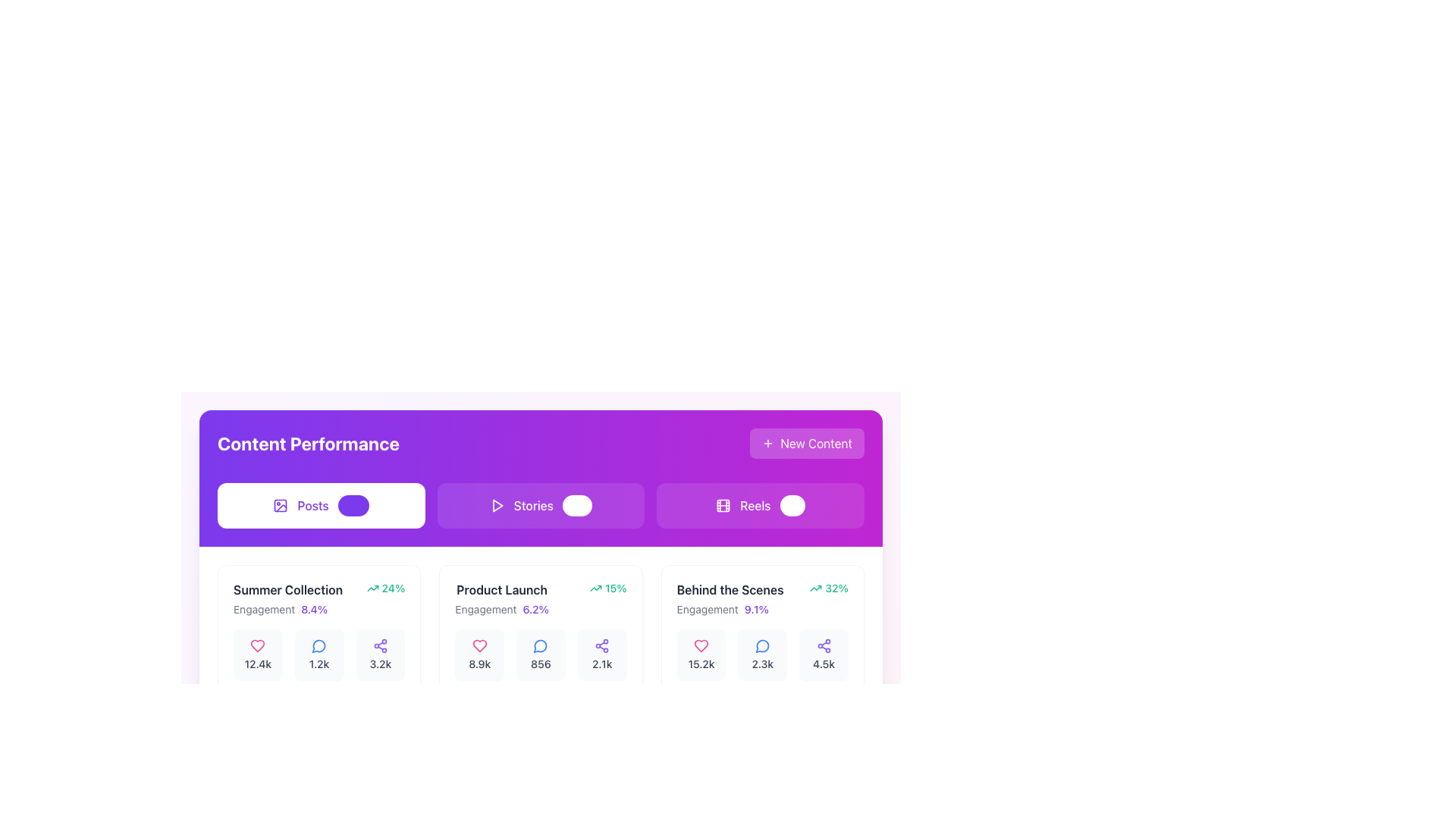 The width and height of the screenshot is (1456, 819). Describe the element at coordinates (479, 654) in the screenshot. I see `the Metric display element showing '8.9k' beneath the heart icon, located in the middle column of the grid layout` at that location.